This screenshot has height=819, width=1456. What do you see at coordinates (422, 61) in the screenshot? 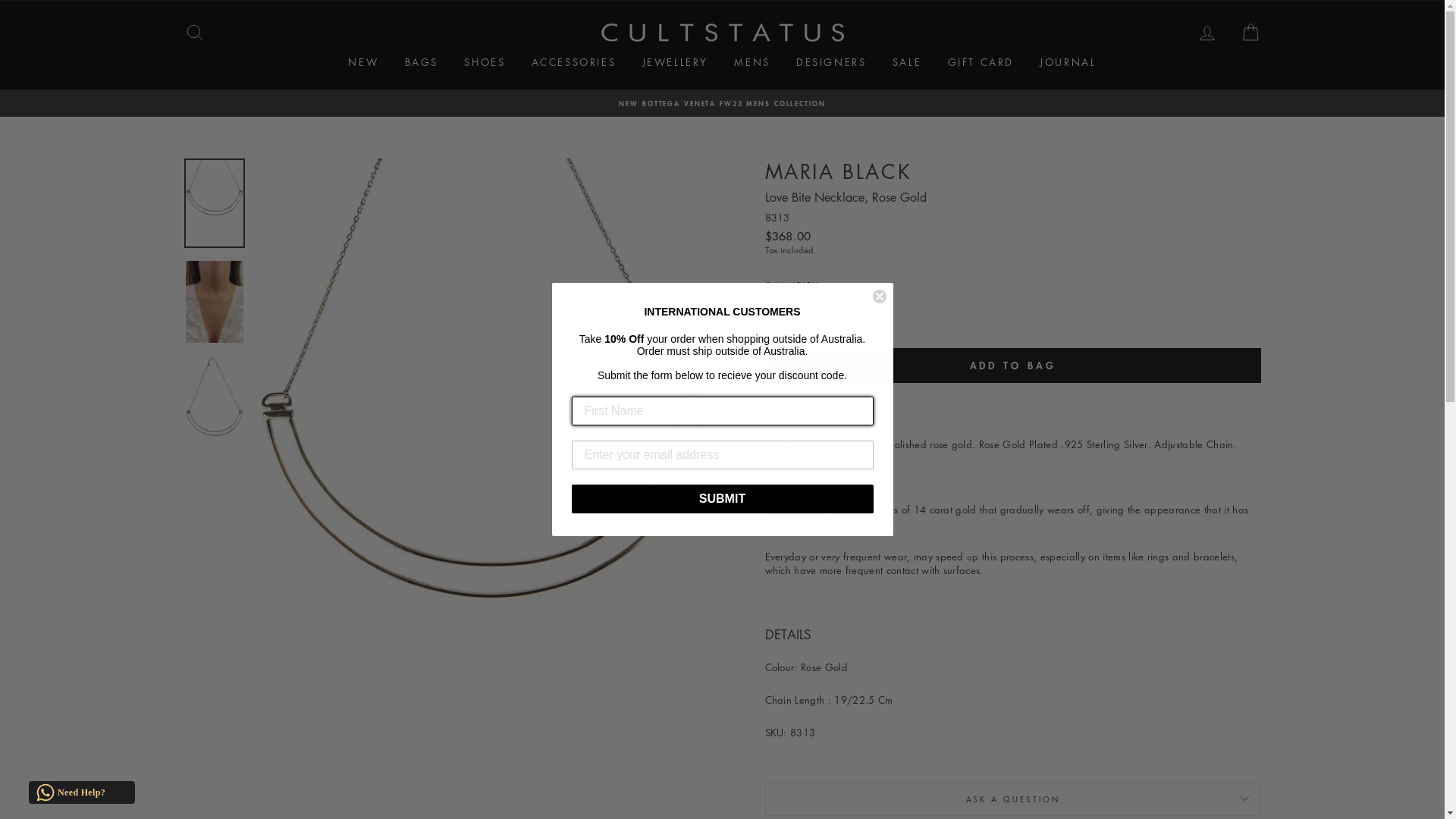
I see `'BAGS'` at bounding box center [422, 61].